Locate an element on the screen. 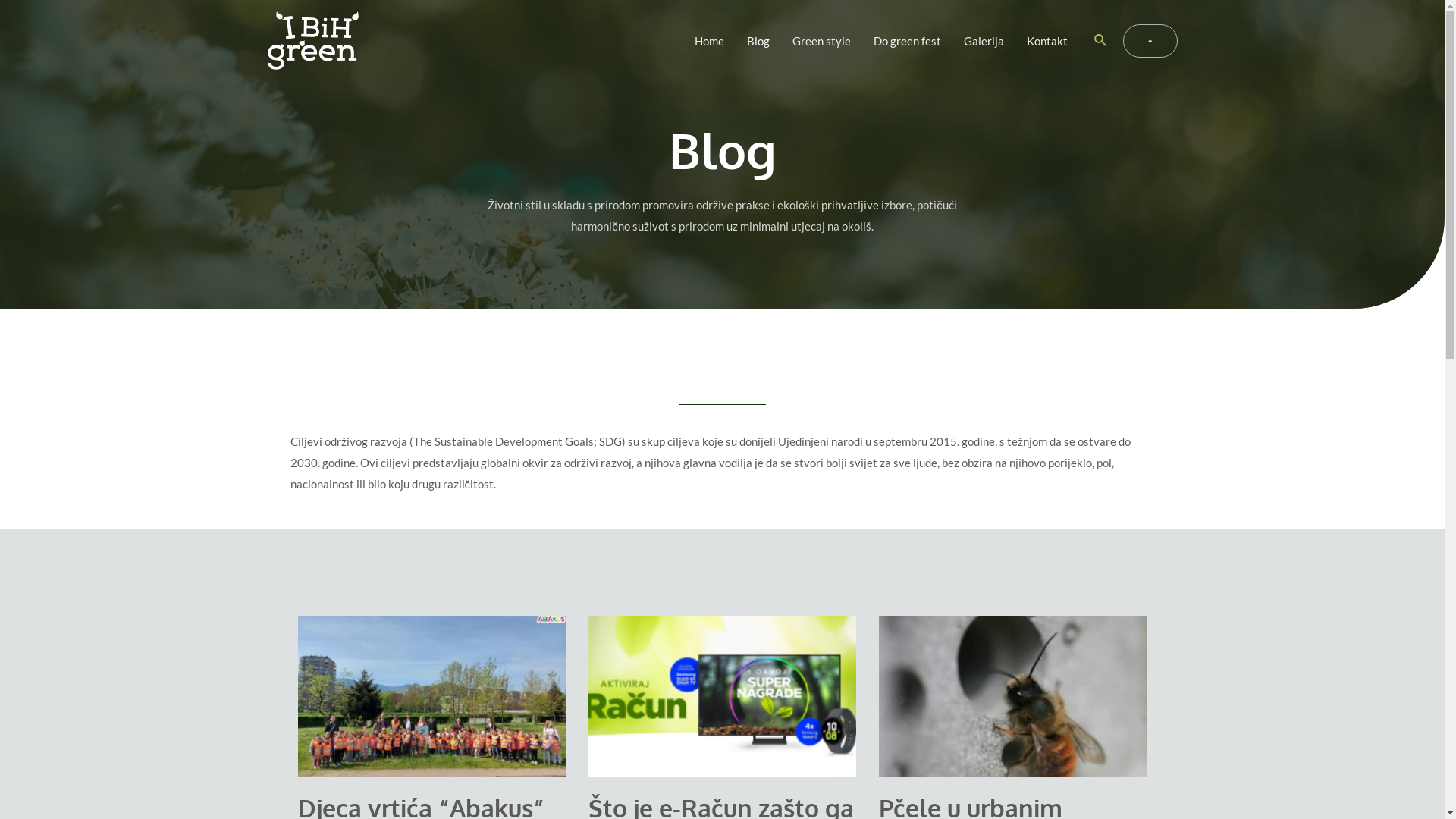 Image resolution: width=1456 pixels, height=819 pixels. 'Home' is located at coordinates (708, 40).